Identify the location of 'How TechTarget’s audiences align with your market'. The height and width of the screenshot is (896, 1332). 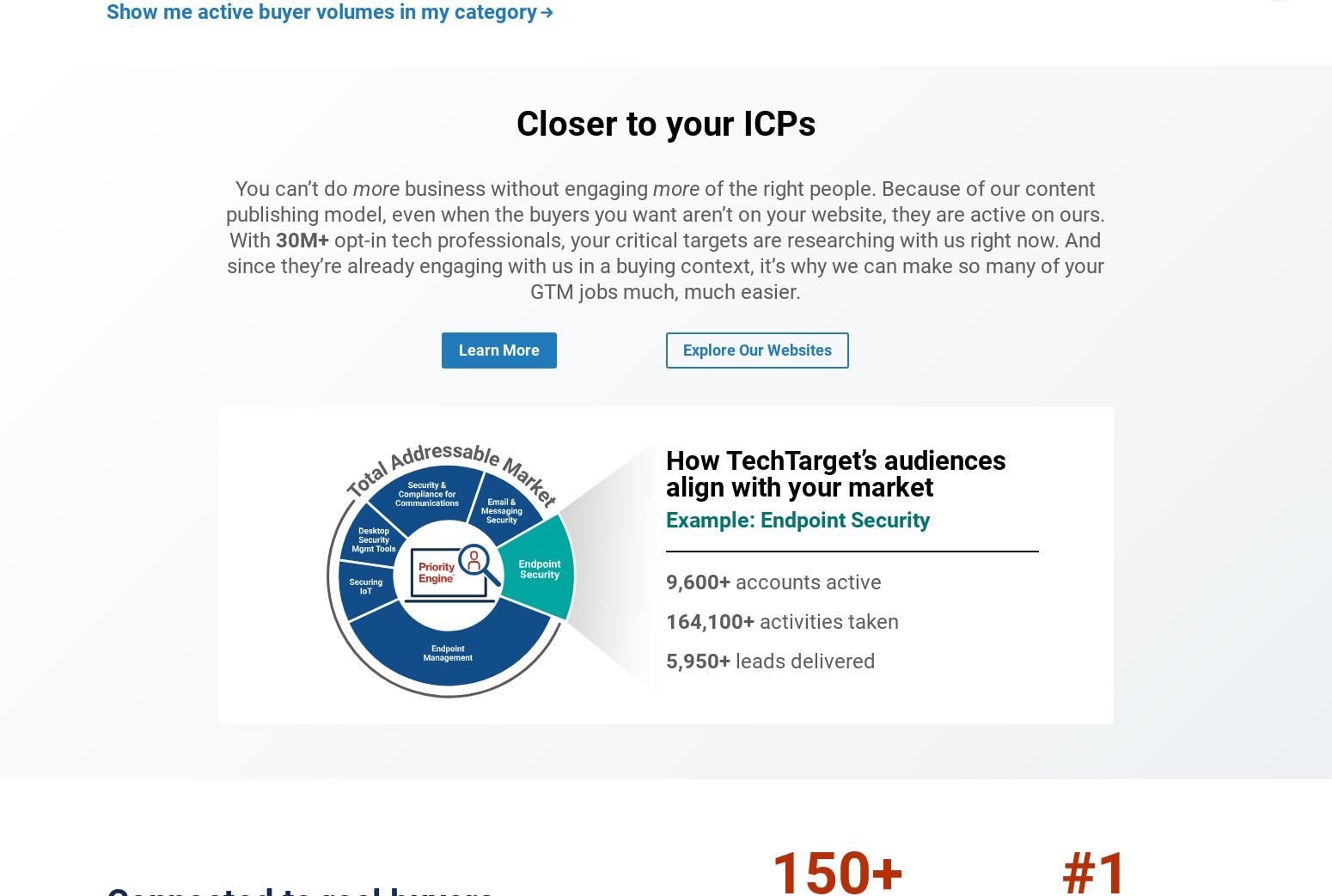
(834, 473).